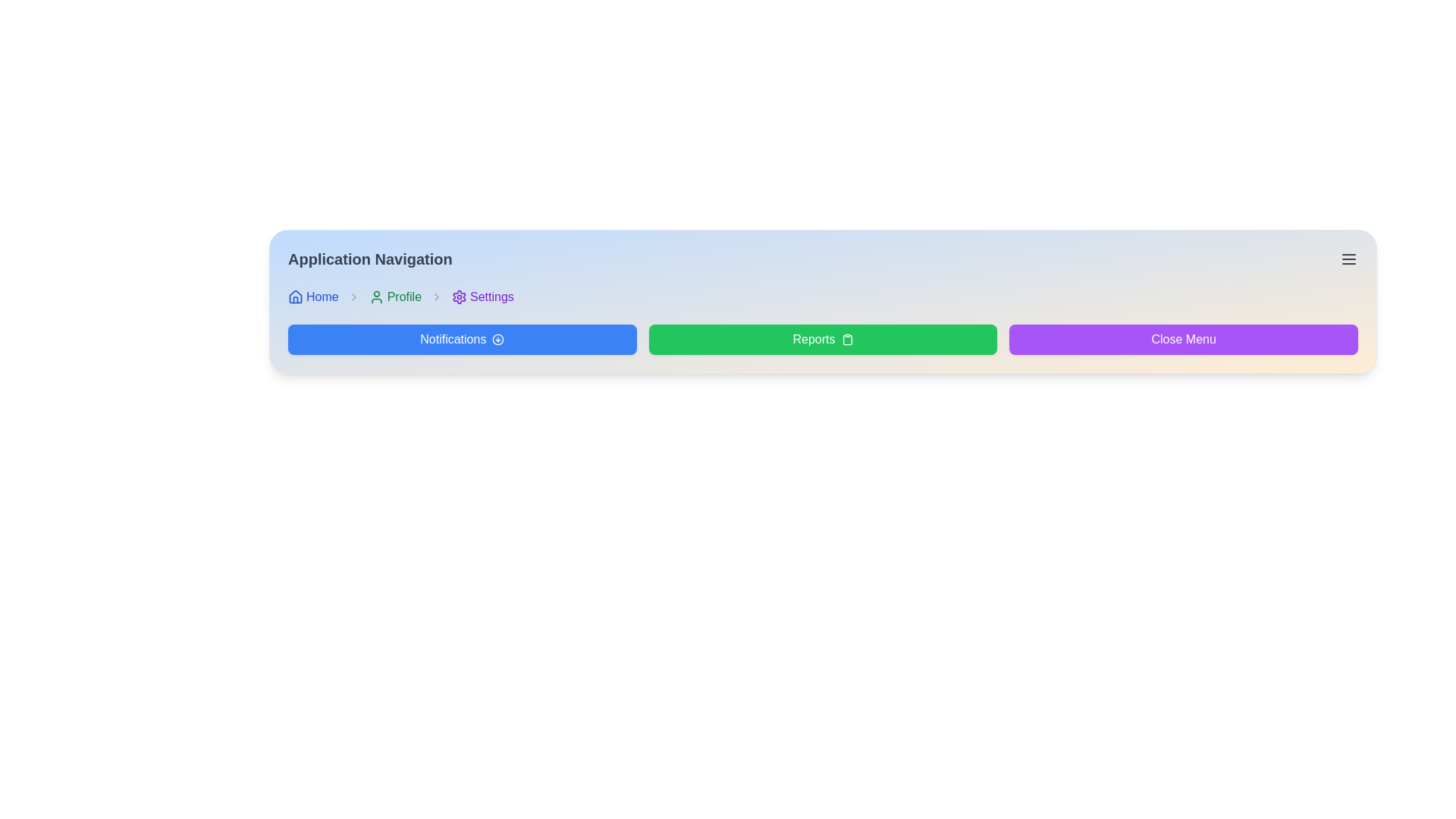 The width and height of the screenshot is (1456, 819). What do you see at coordinates (846, 338) in the screenshot?
I see `the green button that contains the clipboard-shaped icon located to the right of the text 'Reports'` at bounding box center [846, 338].